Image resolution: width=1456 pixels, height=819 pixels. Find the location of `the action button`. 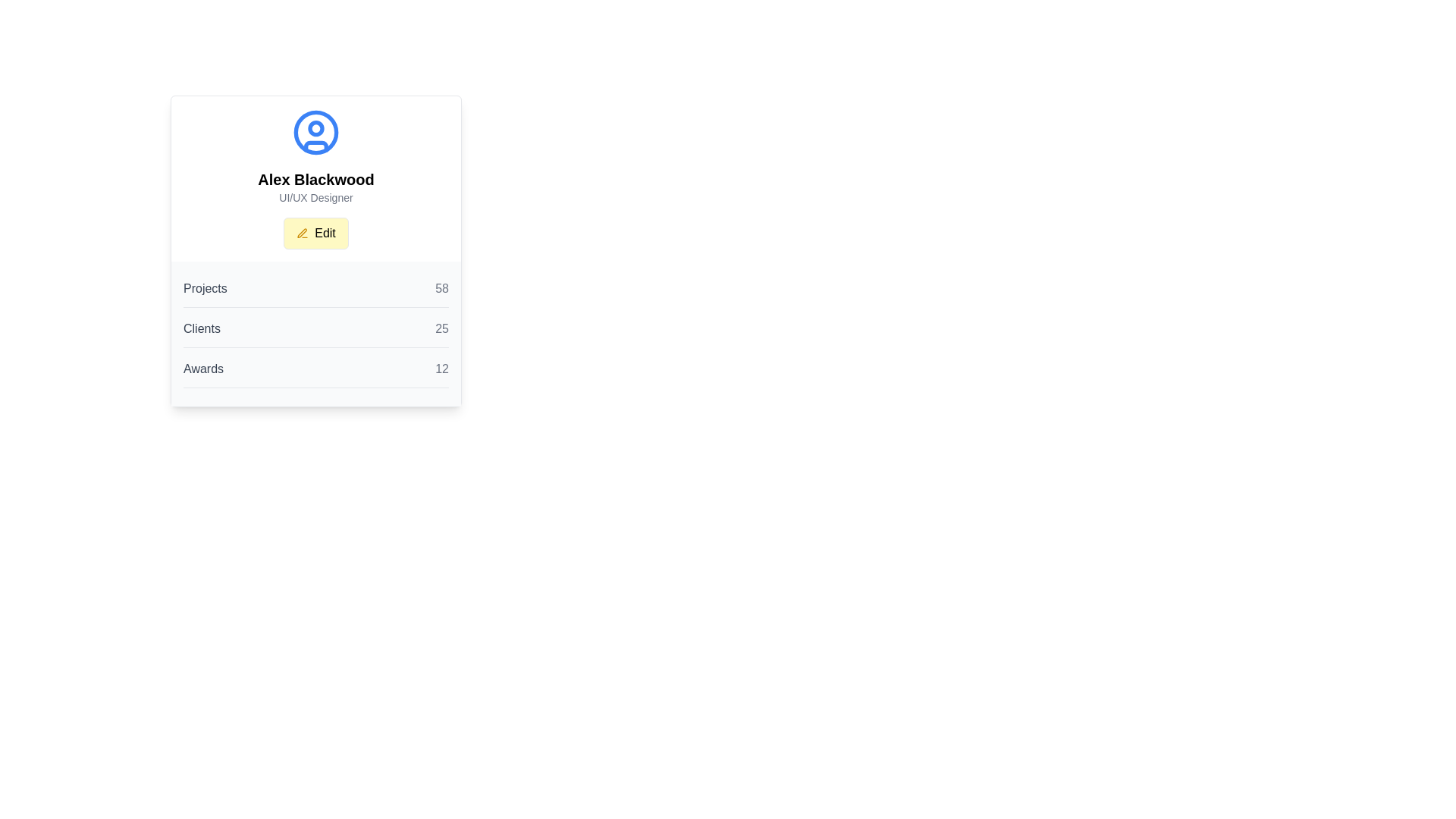

the action button is located at coordinates (315, 234).